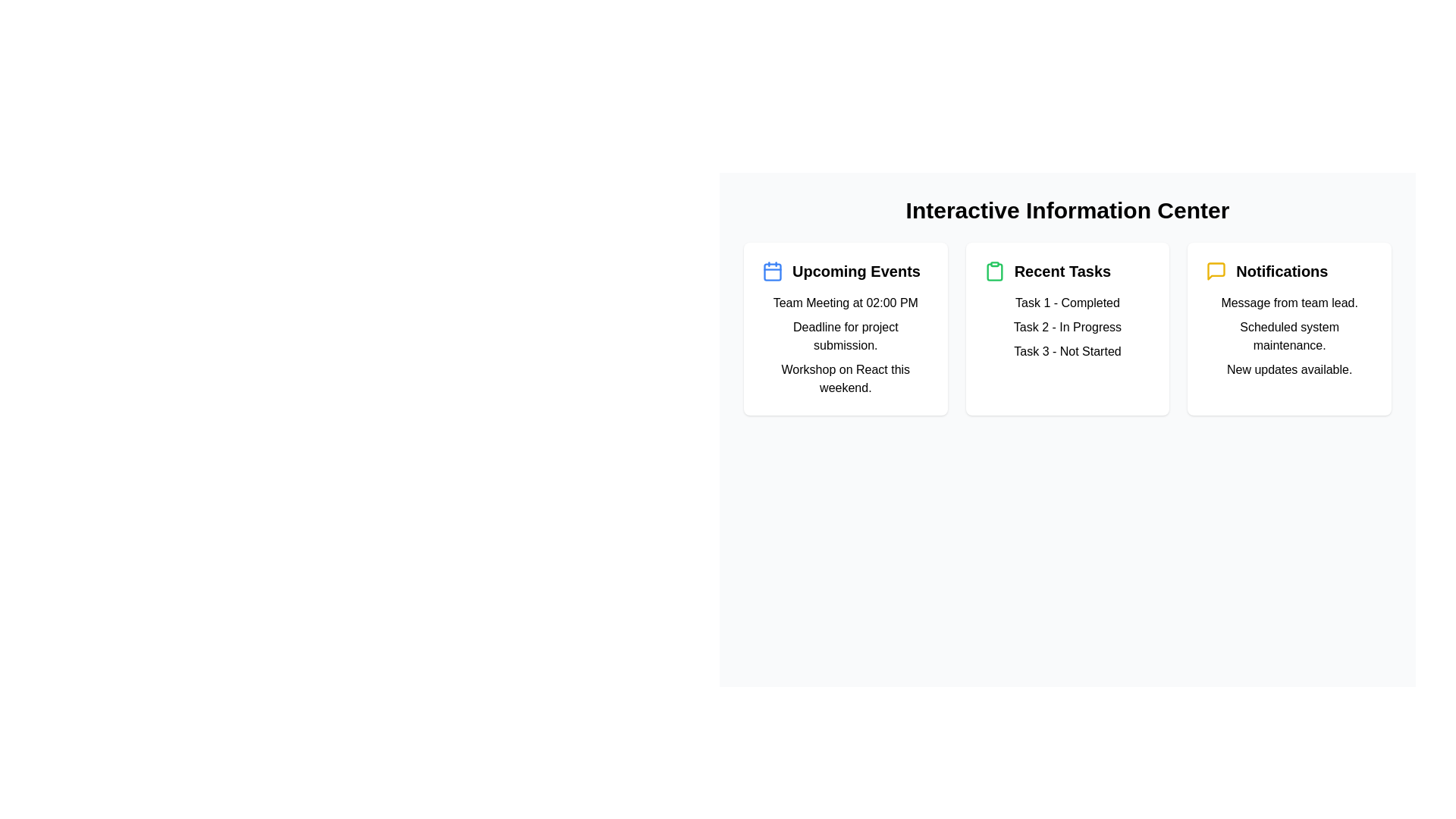 The height and width of the screenshot is (819, 1456). I want to click on the text label displaying 'Task 1 - Completed', which is the first element in the 'Recent Tasks' list, so click(1066, 303).